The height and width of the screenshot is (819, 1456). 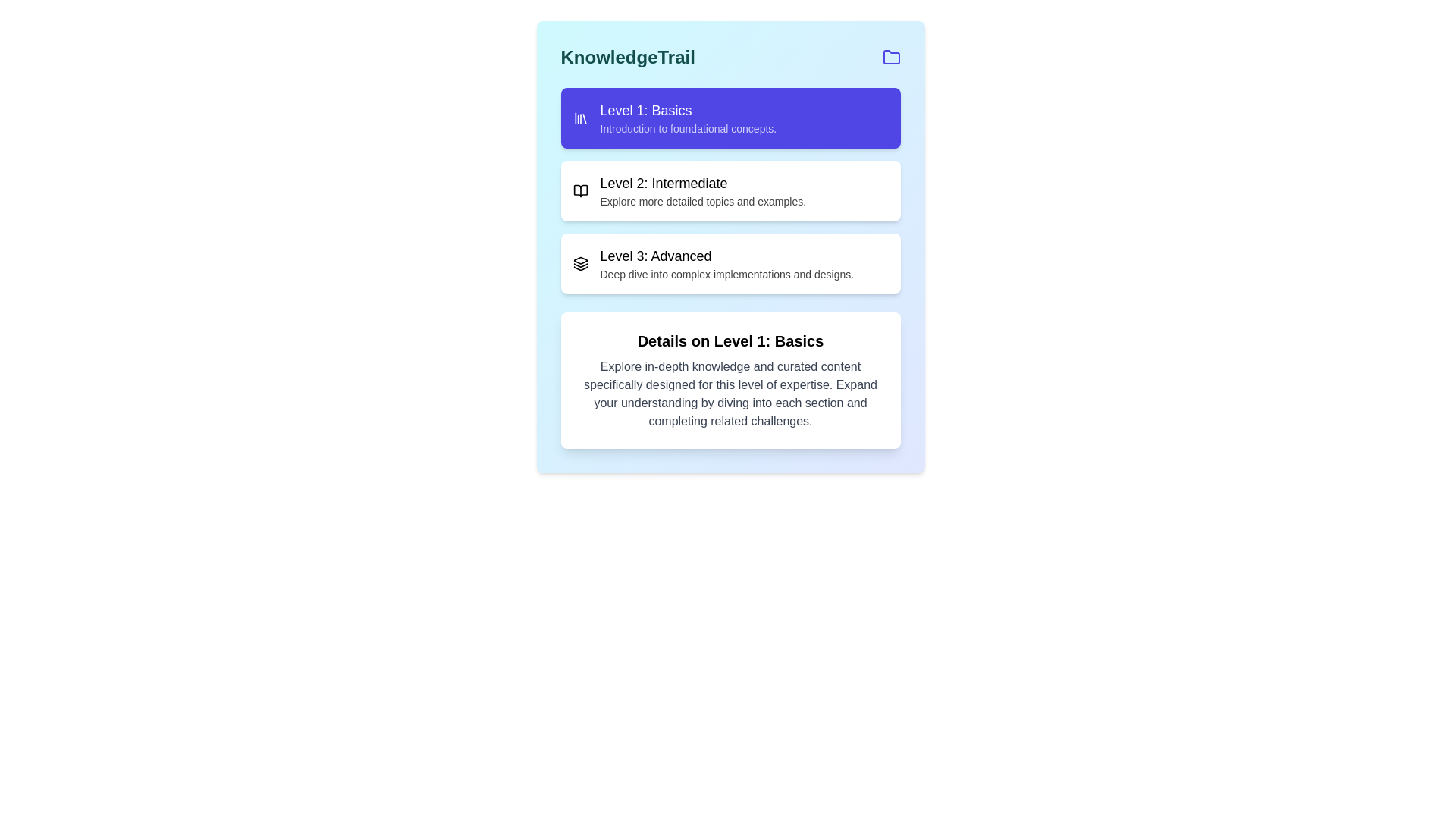 What do you see at coordinates (730, 394) in the screenshot?
I see `the descriptive text block styled in gray color, which provides explanations about exploring in-depth knowledge and completing challenges, positioned below the heading 'Details on Level 1: Basics'` at bounding box center [730, 394].